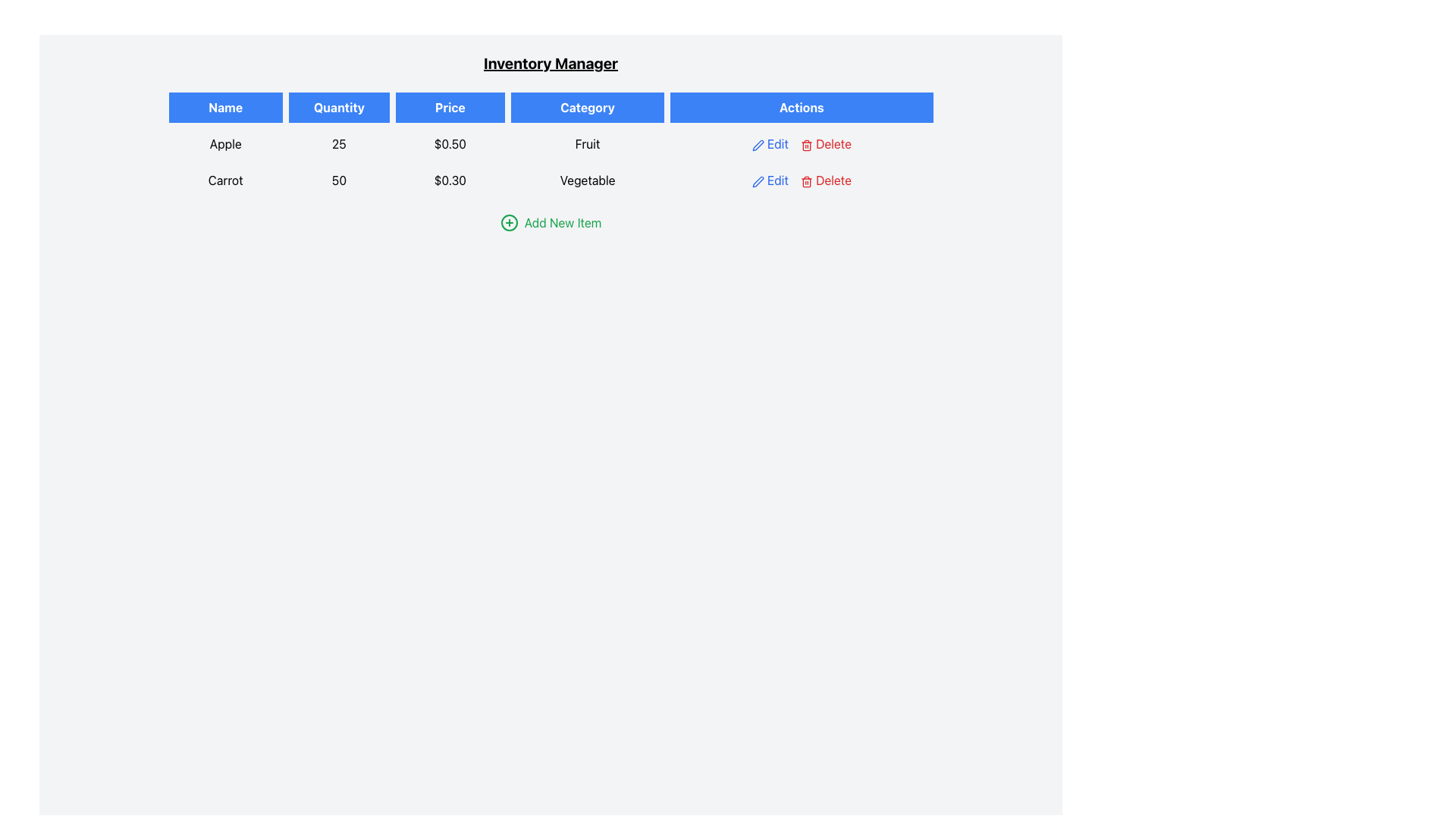 The height and width of the screenshot is (819, 1456). Describe the element at coordinates (805, 180) in the screenshot. I see `the red trash bin icon in the 'Actions' column of the second row` at that location.